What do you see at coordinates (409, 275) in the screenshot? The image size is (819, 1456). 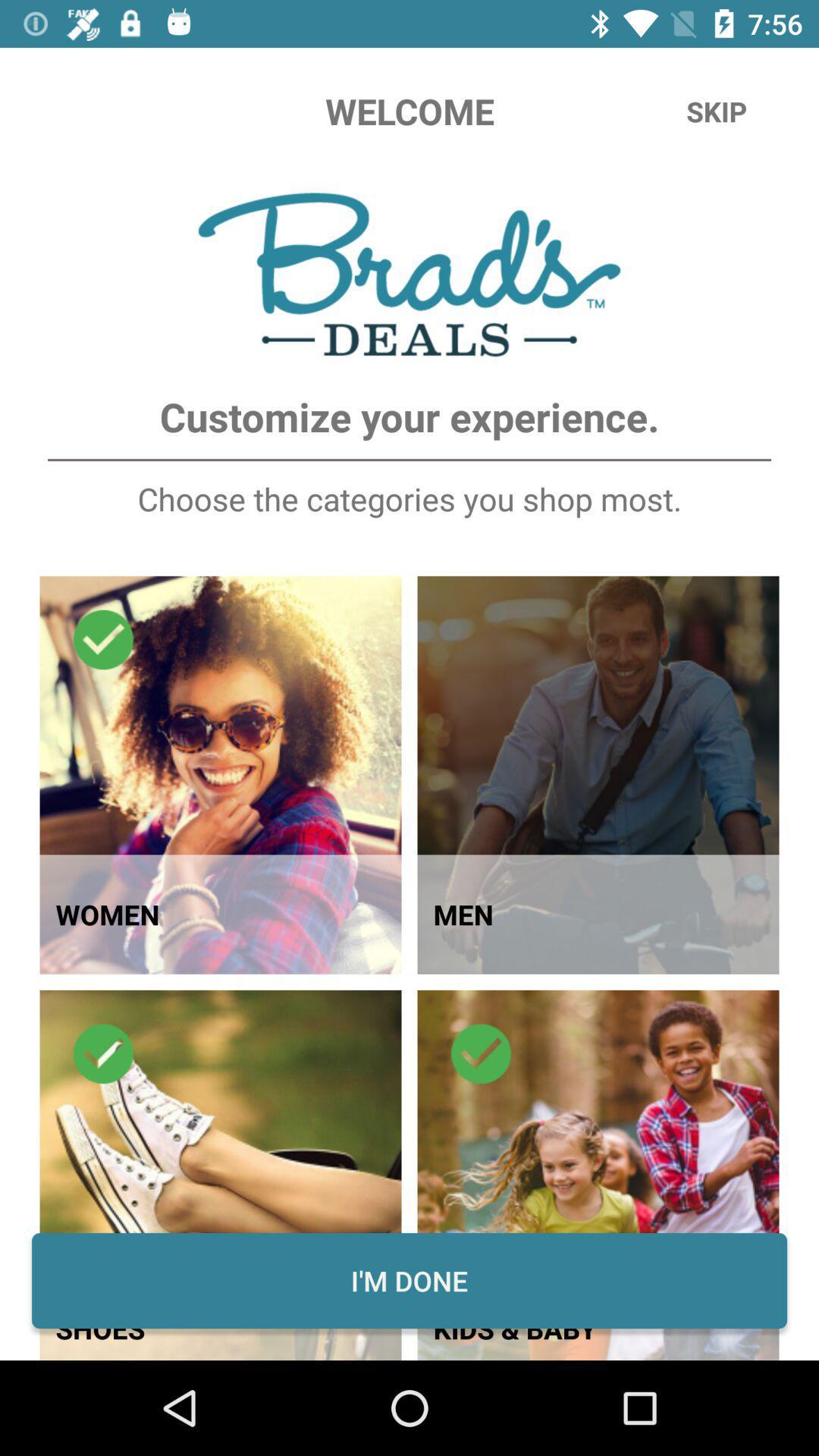 I see `the logo which is below the welcome` at bounding box center [409, 275].